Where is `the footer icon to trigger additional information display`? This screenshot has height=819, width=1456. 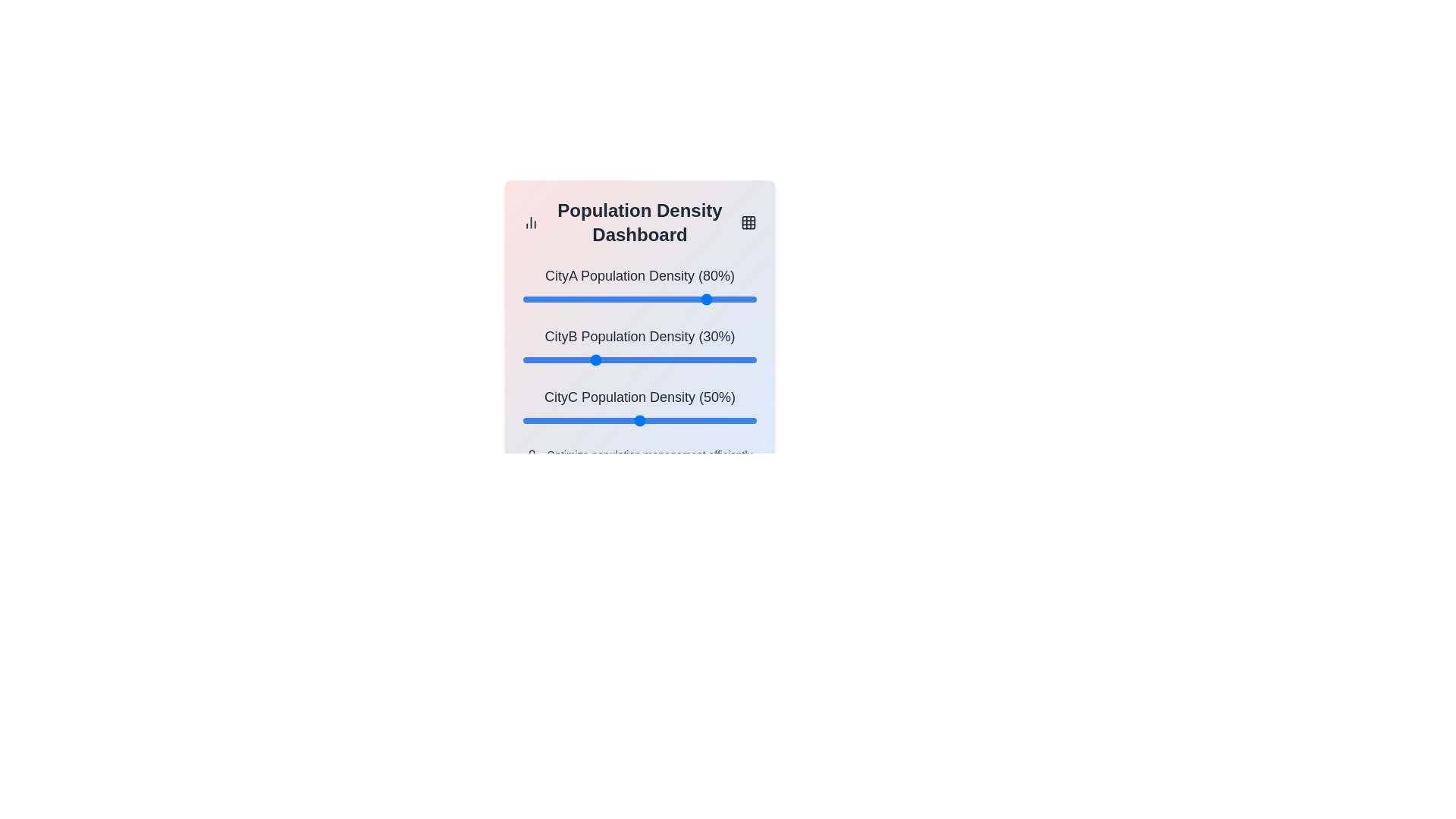
the footer icon to trigger additional information display is located at coordinates (534, 455).